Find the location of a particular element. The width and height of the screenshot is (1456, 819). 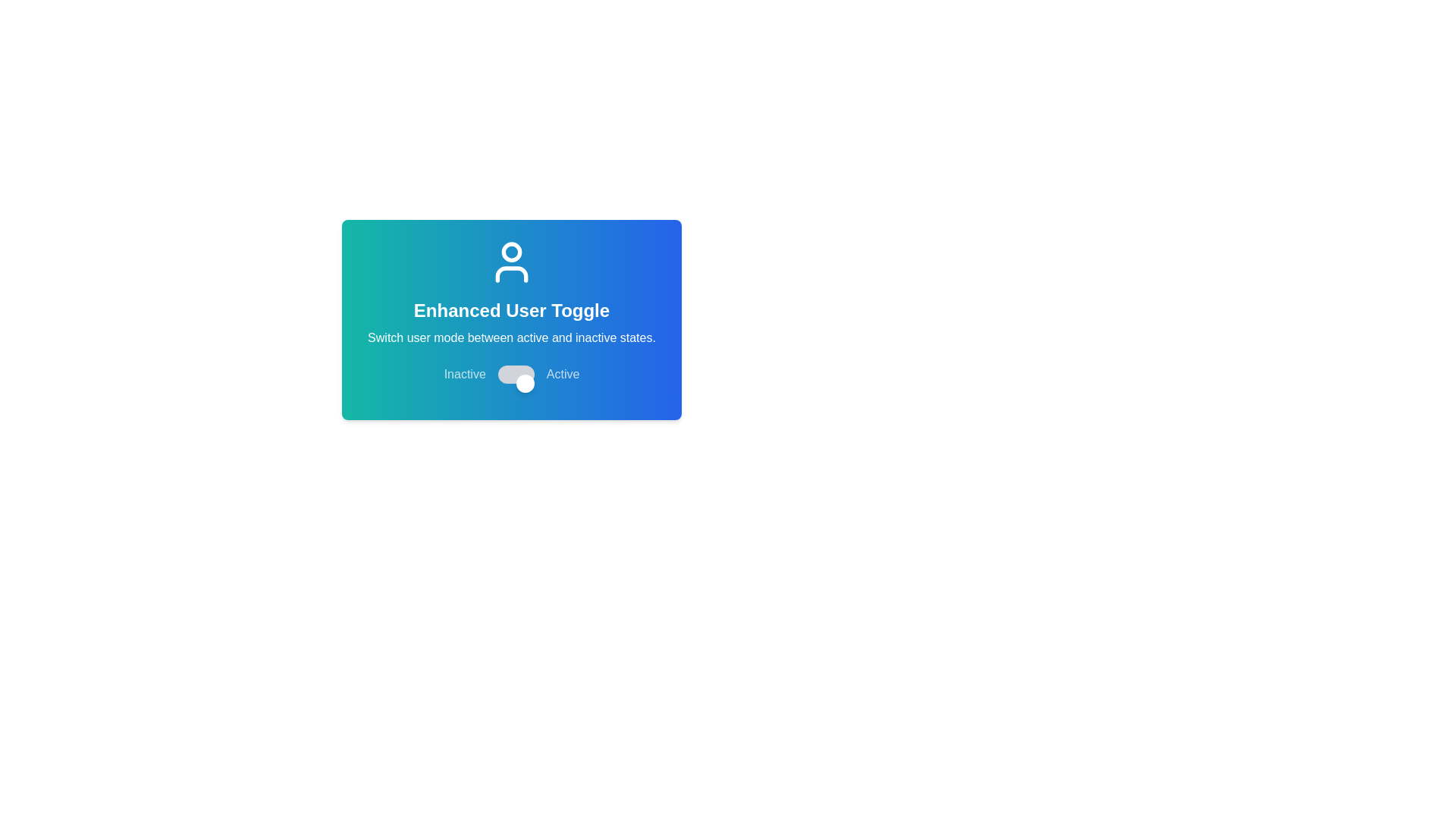

the blue-colored label containing the word 'Active' in white text, which is semi-transparent and located to the right of a toggle switch in the 'Enhanced User Toggle' card is located at coordinates (562, 374).